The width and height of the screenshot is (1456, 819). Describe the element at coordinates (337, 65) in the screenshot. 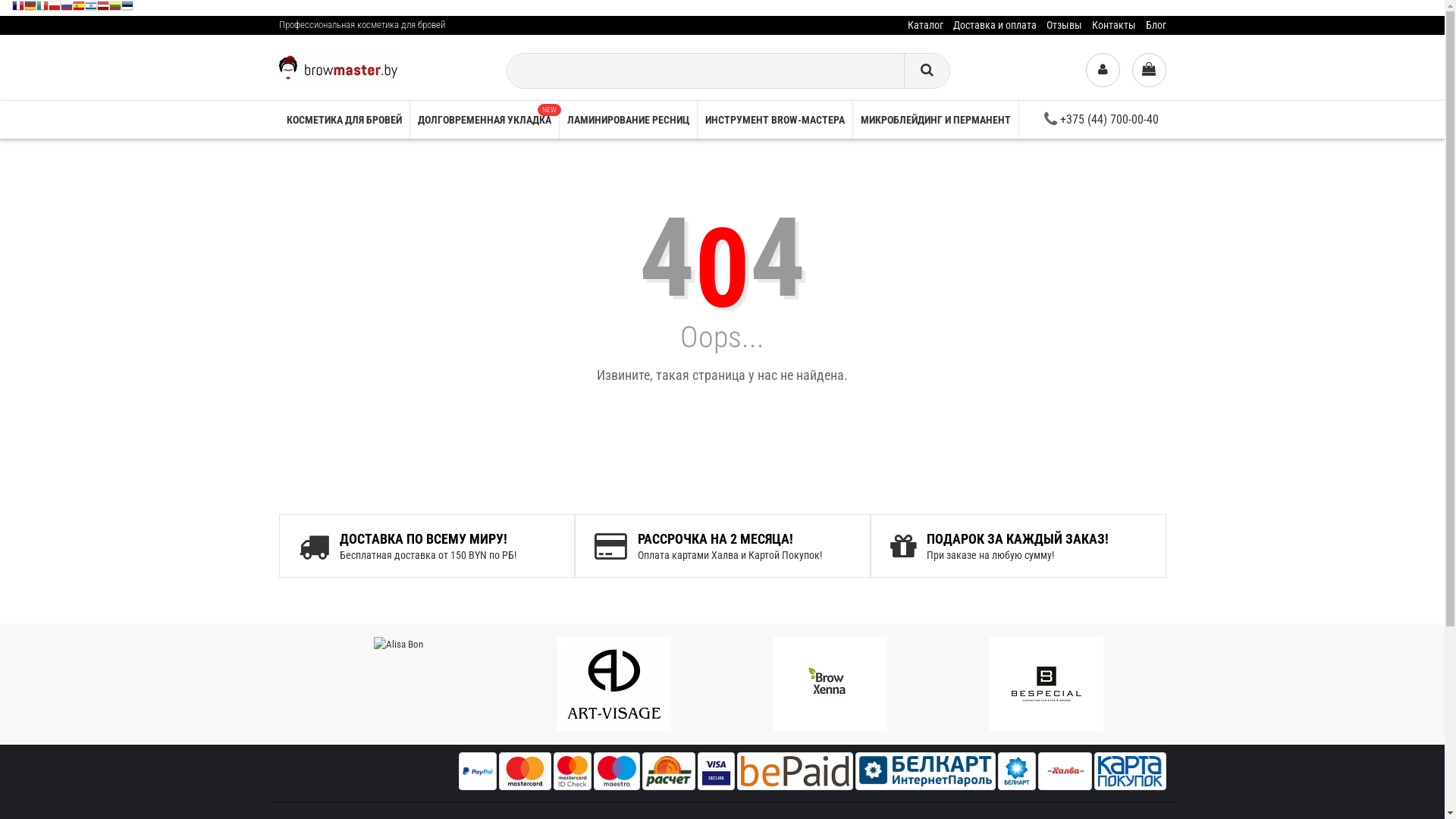

I see `'Browmaster'` at that location.